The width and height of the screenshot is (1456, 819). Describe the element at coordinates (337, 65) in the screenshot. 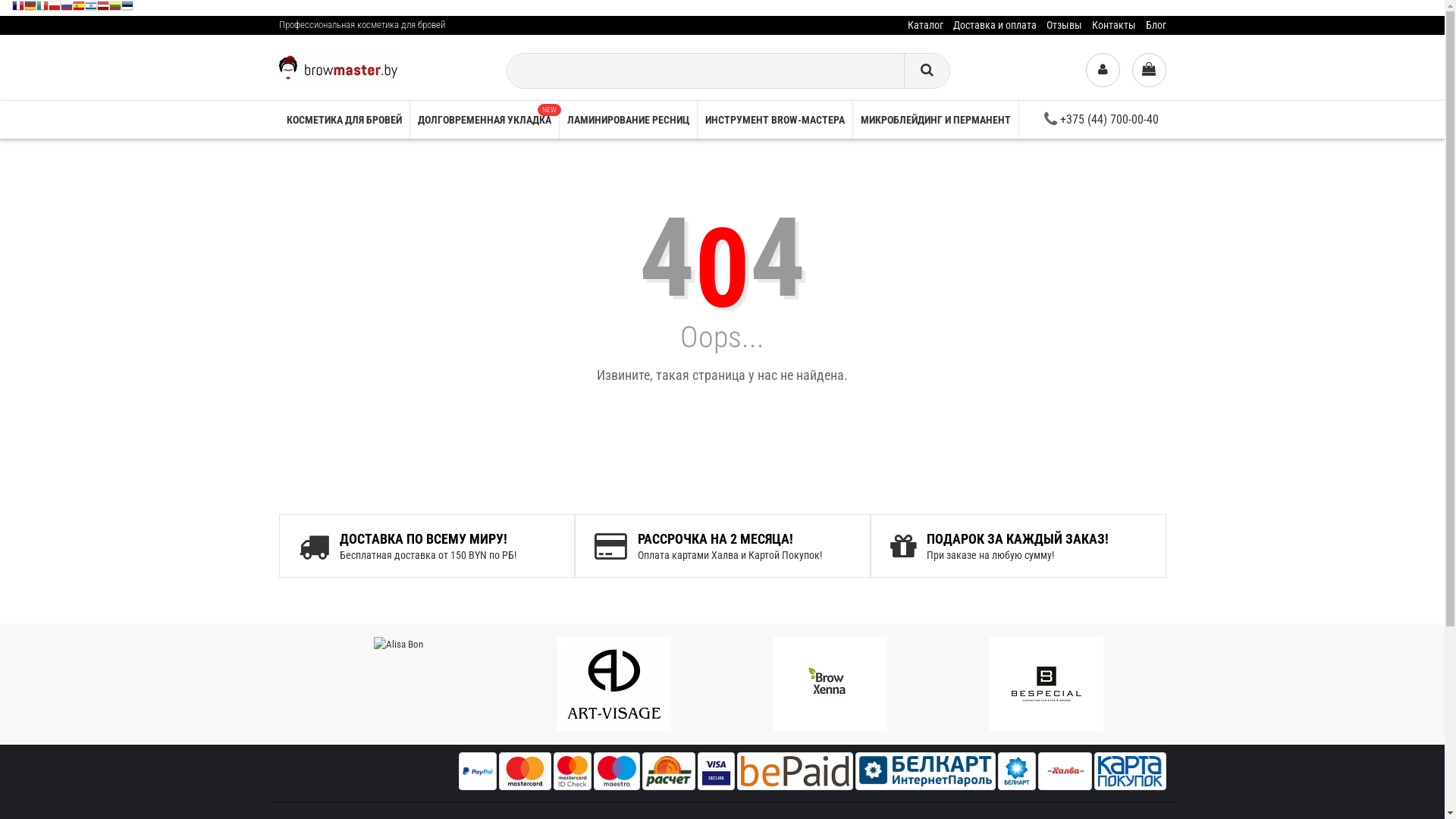

I see `'Browmaster'` at that location.